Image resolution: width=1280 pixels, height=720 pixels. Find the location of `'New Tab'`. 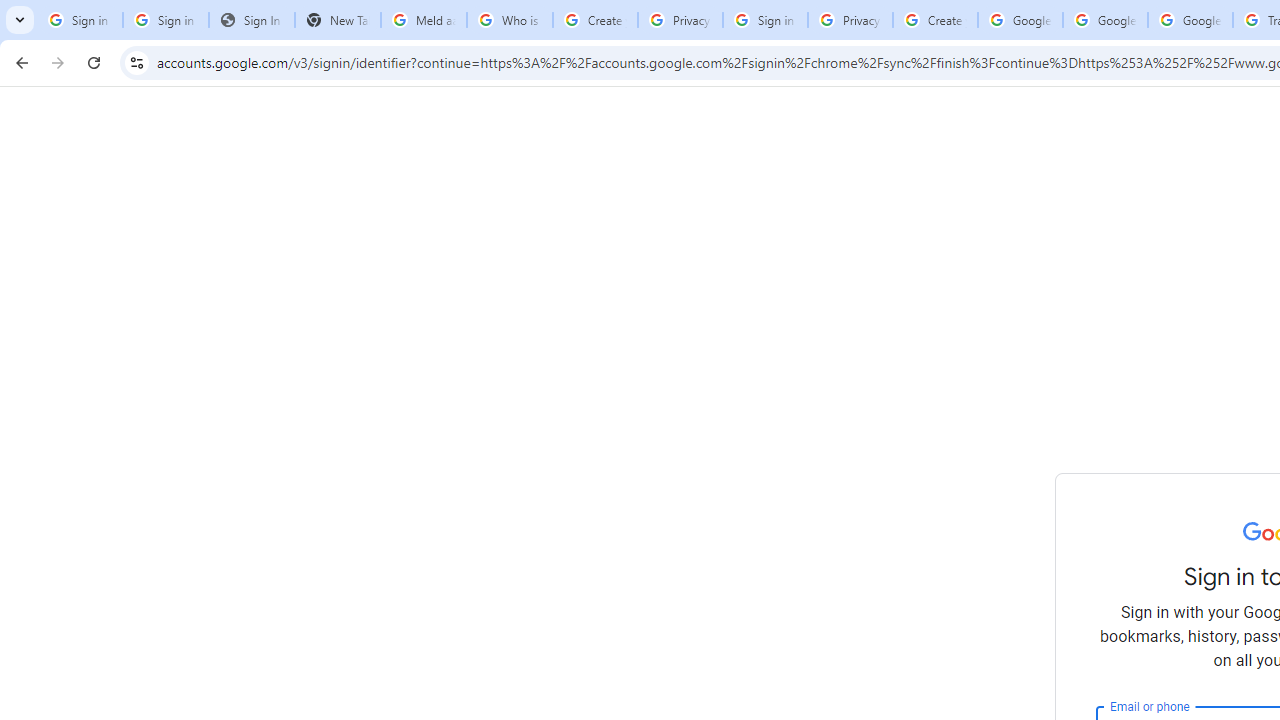

'New Tab' is located at coordinates (337, 20).